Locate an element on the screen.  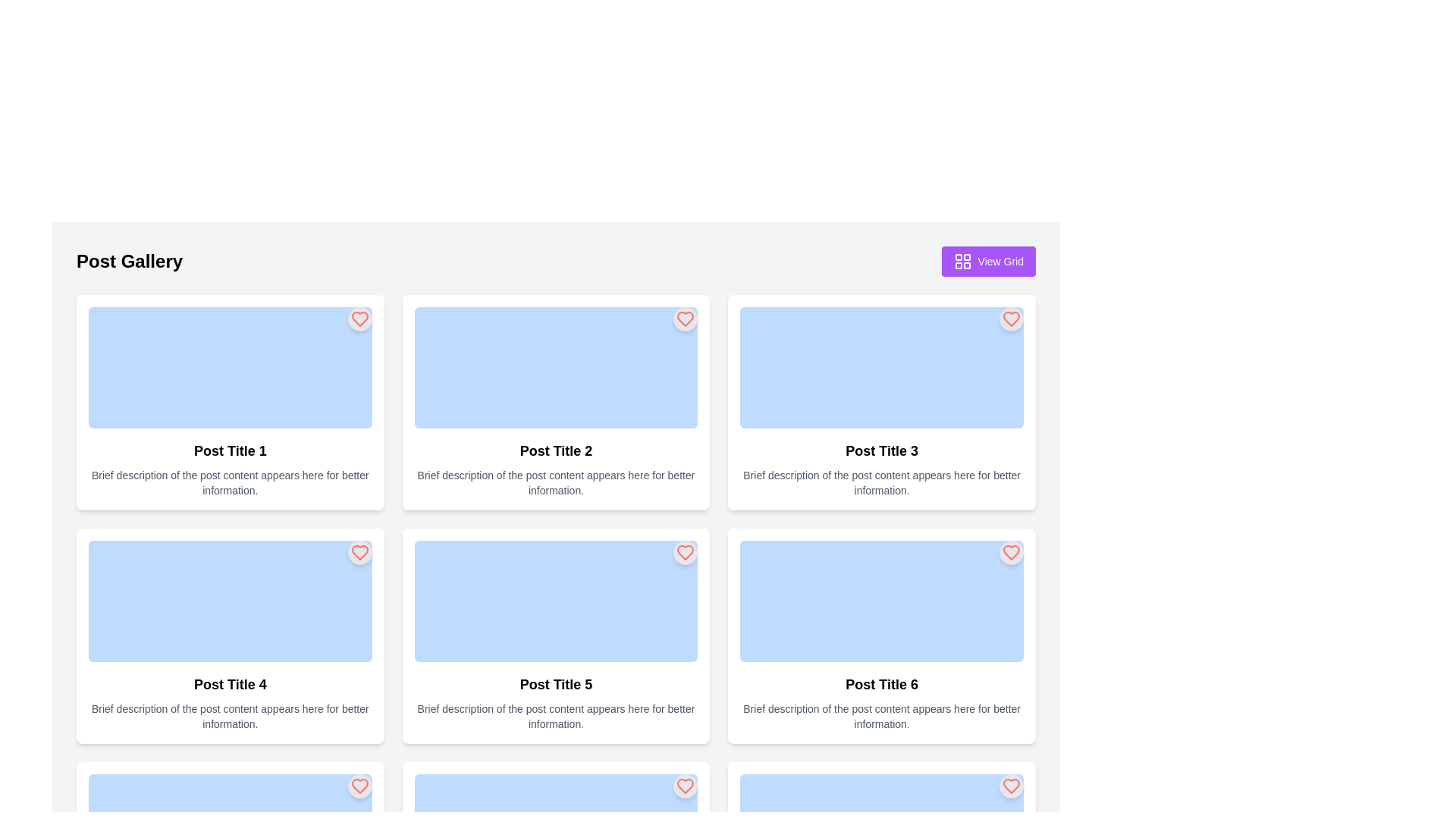
the fifth card in the gallery, which provides a post preview is located at coordinates (555, 636).